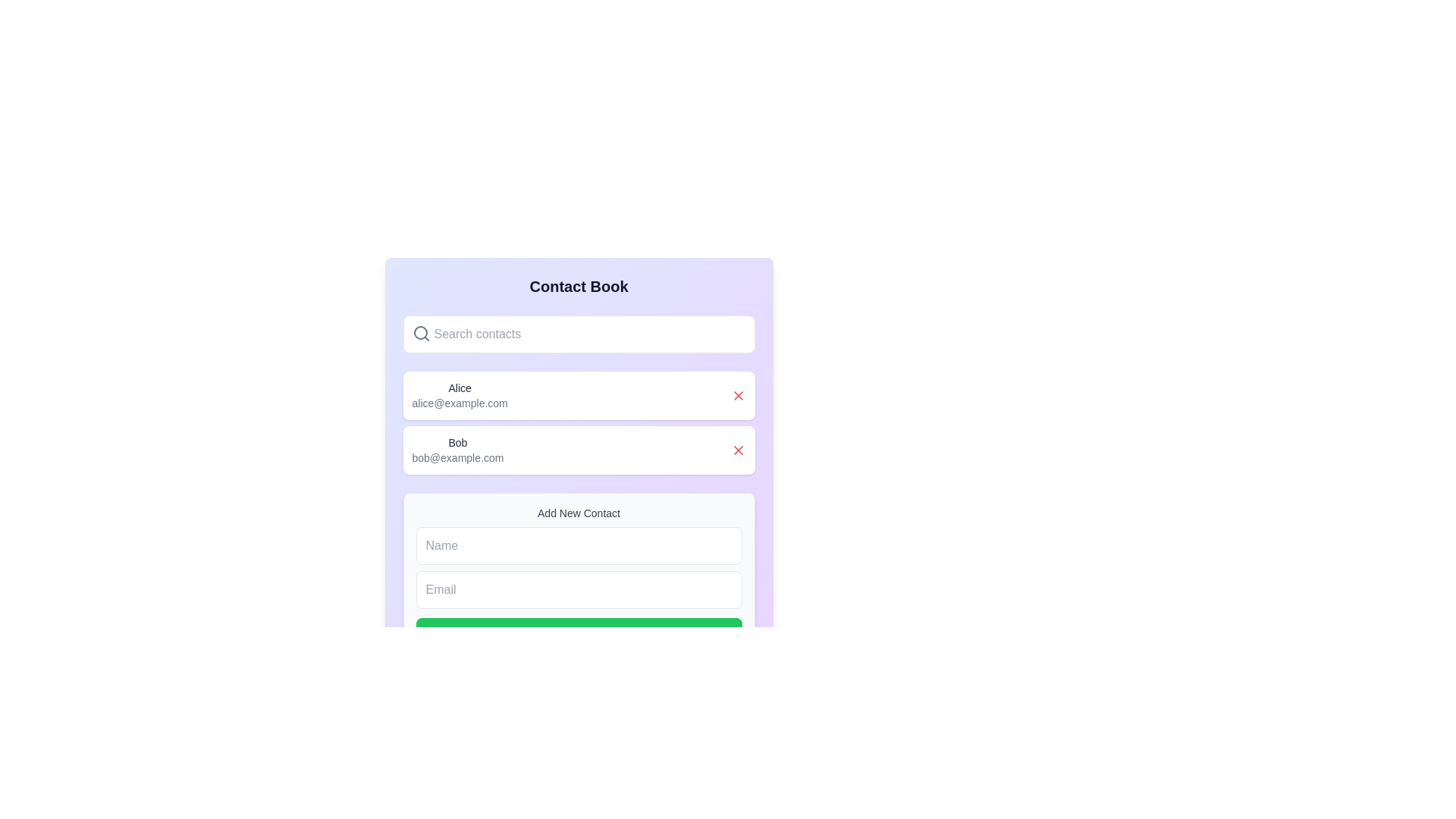  Describe the element at coordinates (421, 332) in the screenshot. I see `the search icon represented by a magnifying glass, located to the left of the input field with the placeholder text 'Search contacts' under the heading 'Contact Book'` at that location.